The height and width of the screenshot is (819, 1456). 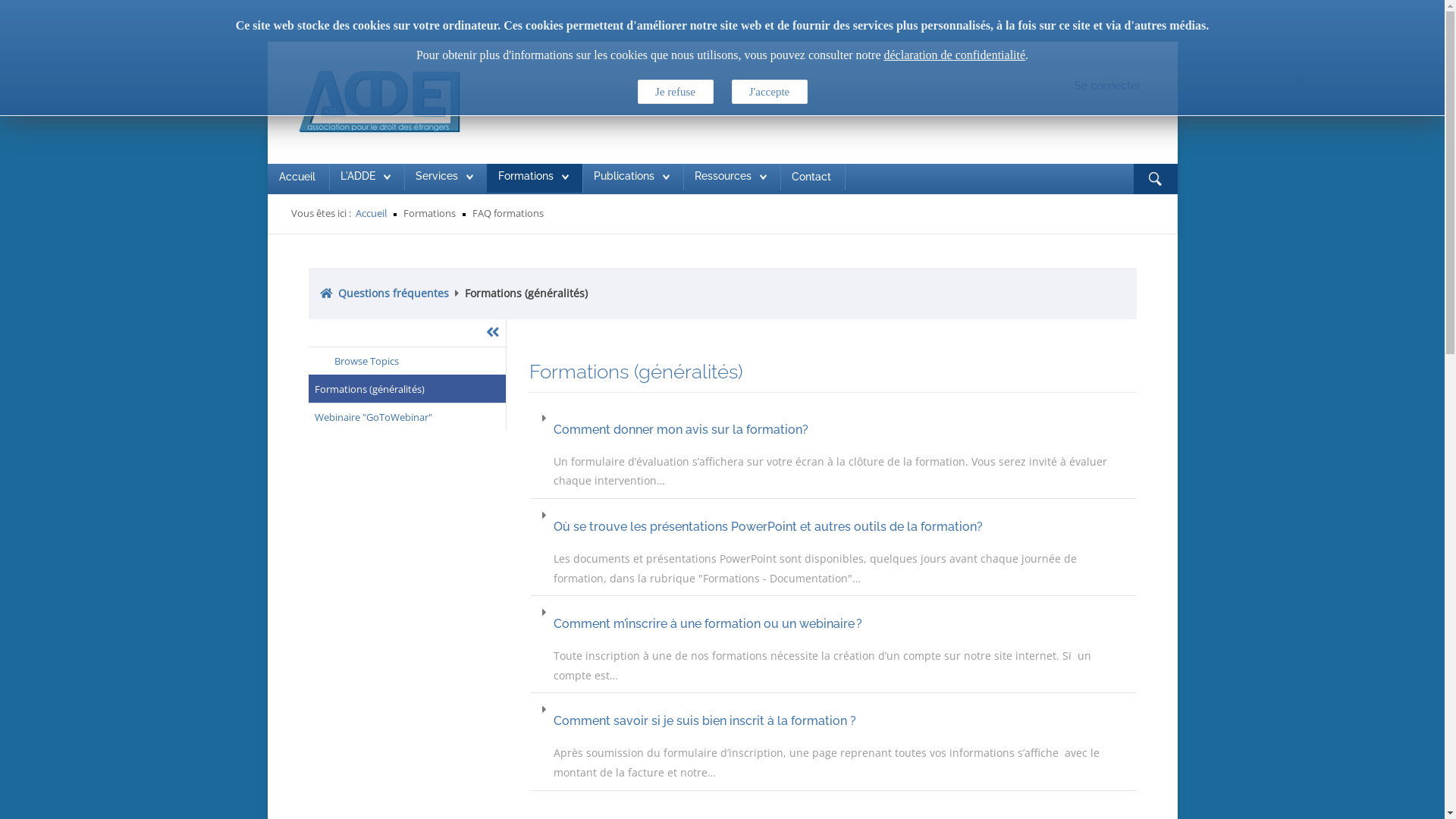 What do you see at coordinates (811, 175) in the screenshot?
I see `'Contact'` at bounding box center [811, 175].